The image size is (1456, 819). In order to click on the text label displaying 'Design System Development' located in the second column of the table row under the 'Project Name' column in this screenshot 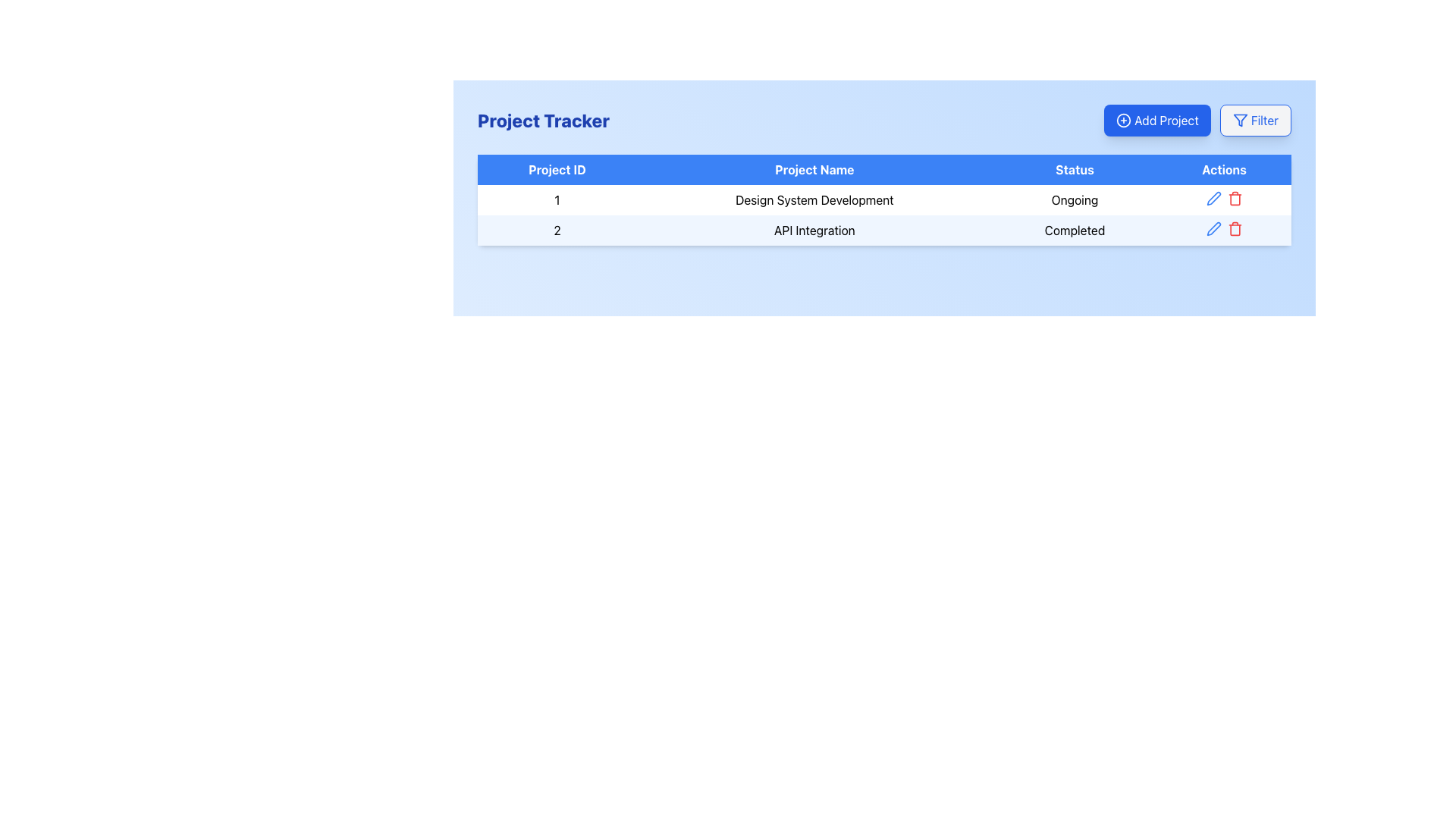, I will do `click(814, 199)`.